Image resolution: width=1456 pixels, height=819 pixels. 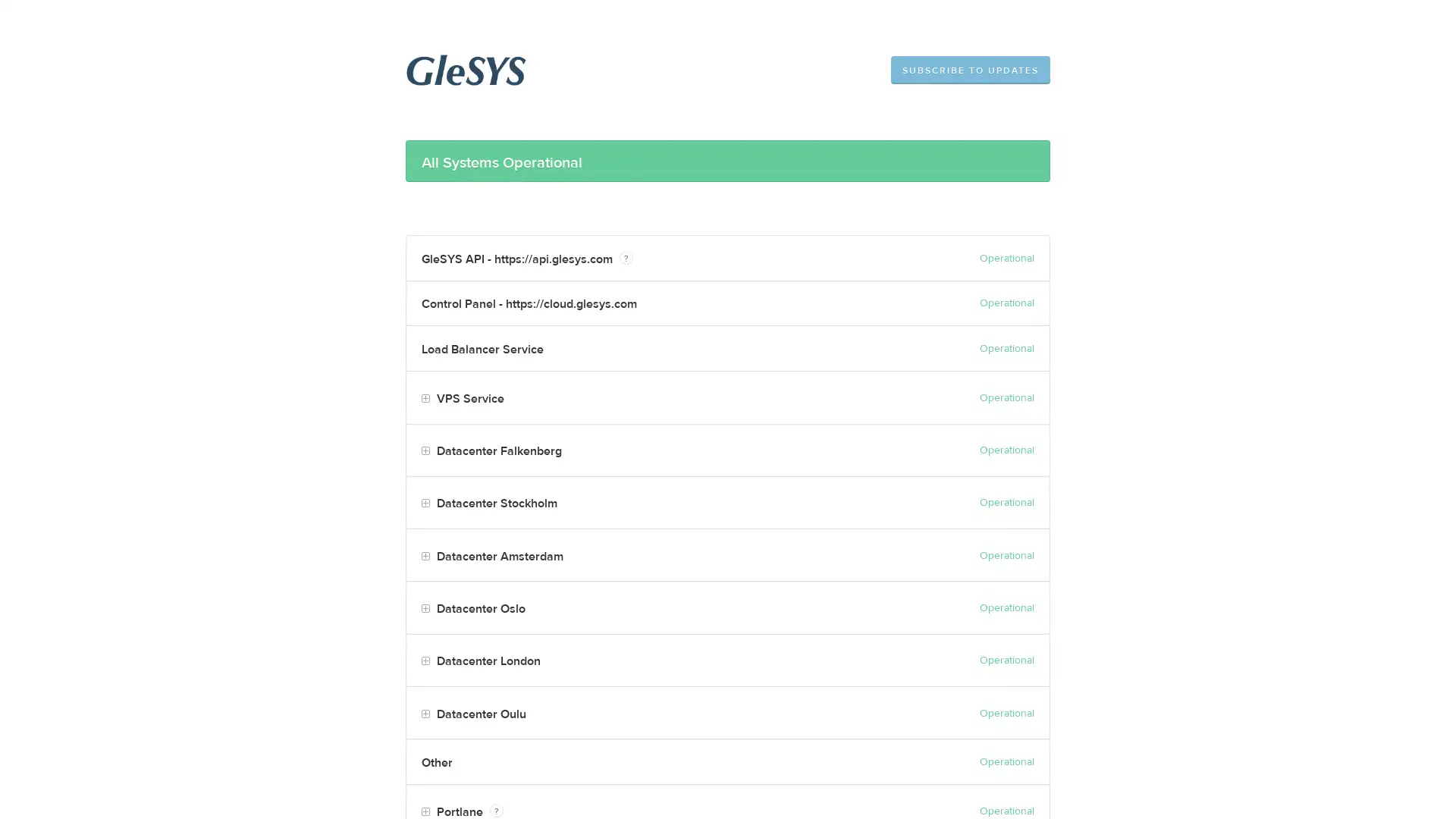 I want to click on Toggle Datacenter London, so click(x=425, y=661).